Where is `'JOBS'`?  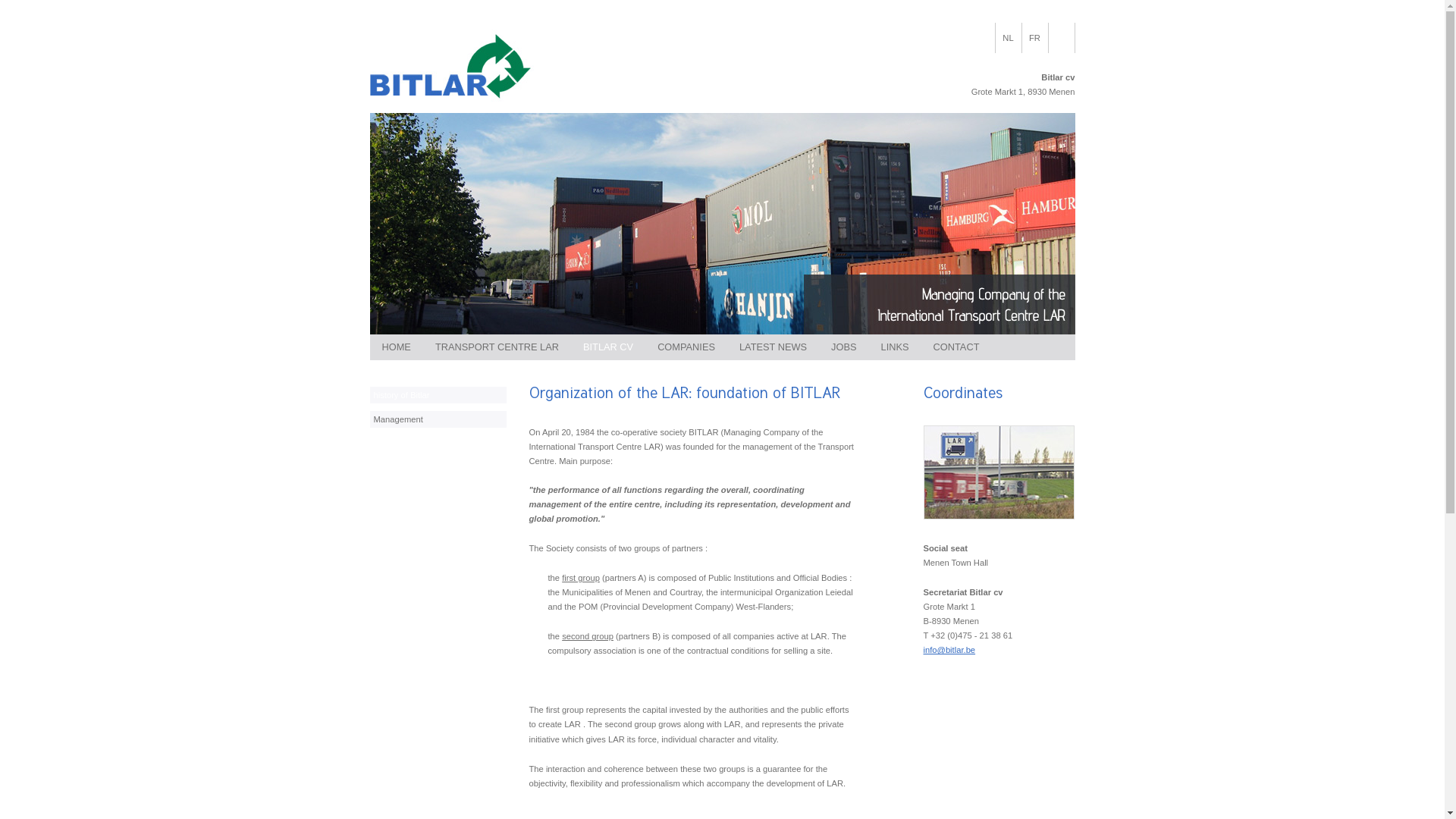
'JOBS' is located at coordinates (843, 347).